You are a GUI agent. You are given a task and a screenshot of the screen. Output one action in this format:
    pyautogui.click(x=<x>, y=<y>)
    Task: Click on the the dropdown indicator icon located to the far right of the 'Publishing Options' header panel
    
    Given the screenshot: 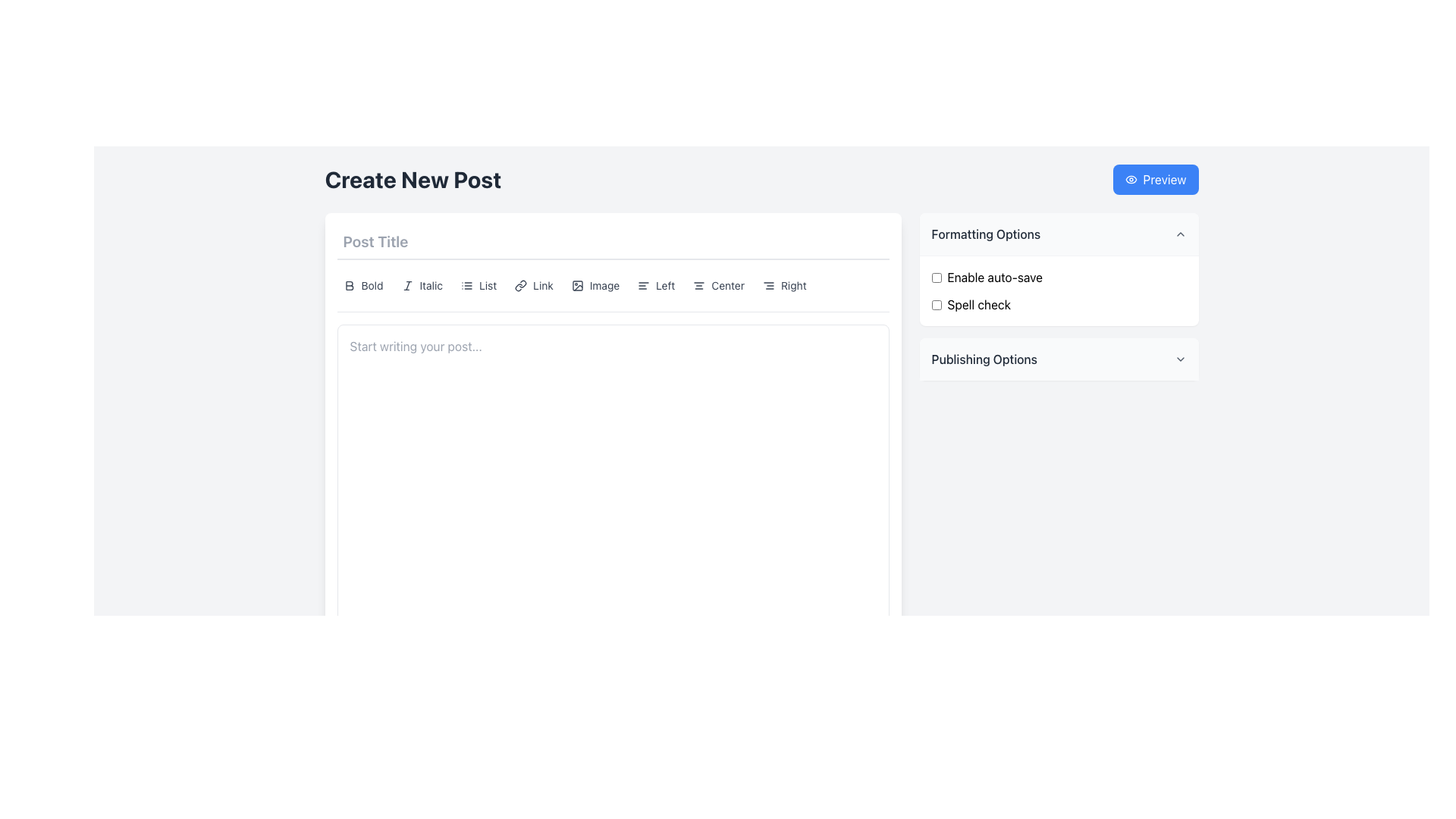 What is the action you would take?
    pyautogui.click(x=1179, y=359)
    